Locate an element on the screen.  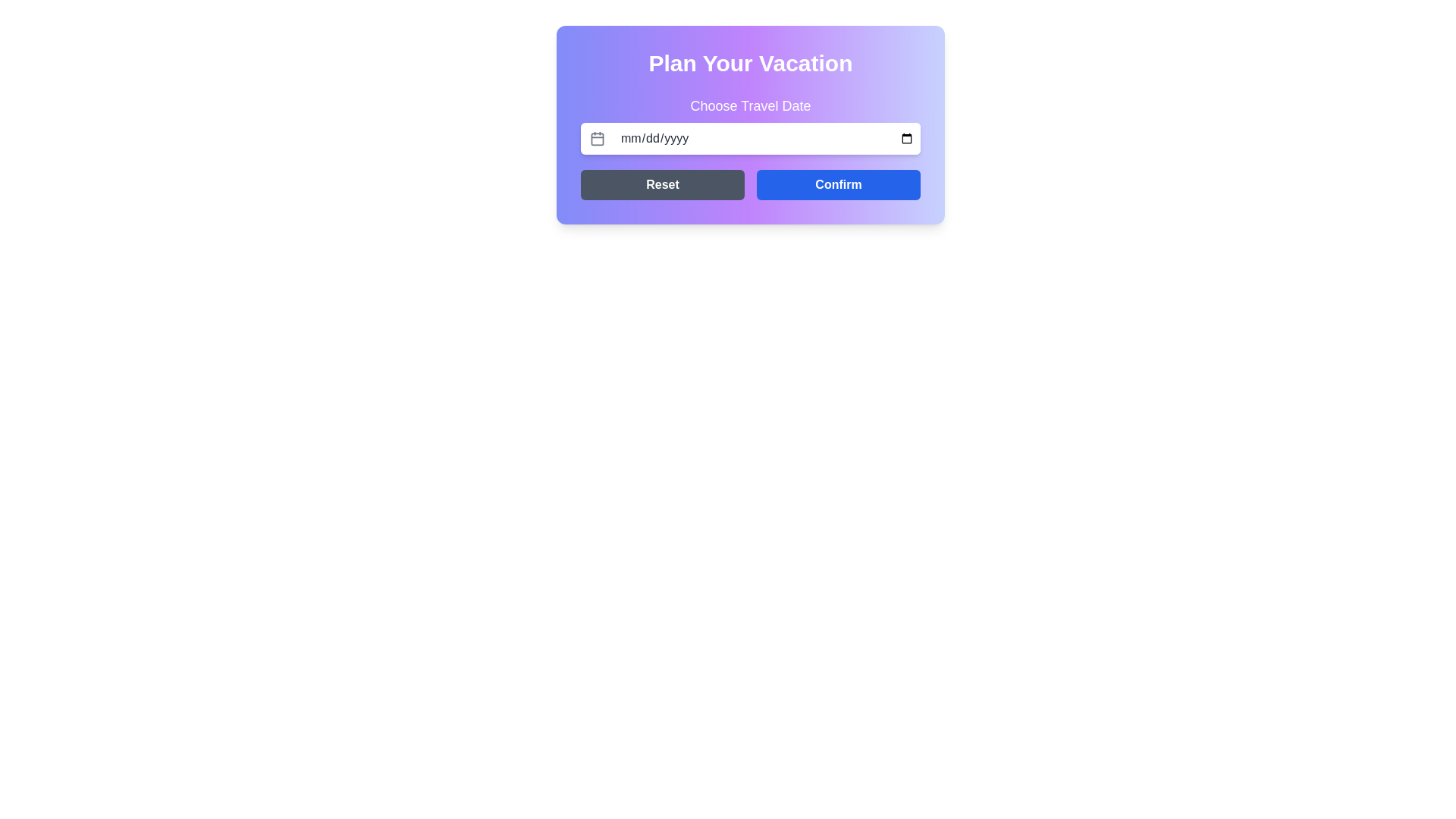
the calendar icon element with rounded corners located to the right of the date input field is located at coordinates (596, 138).